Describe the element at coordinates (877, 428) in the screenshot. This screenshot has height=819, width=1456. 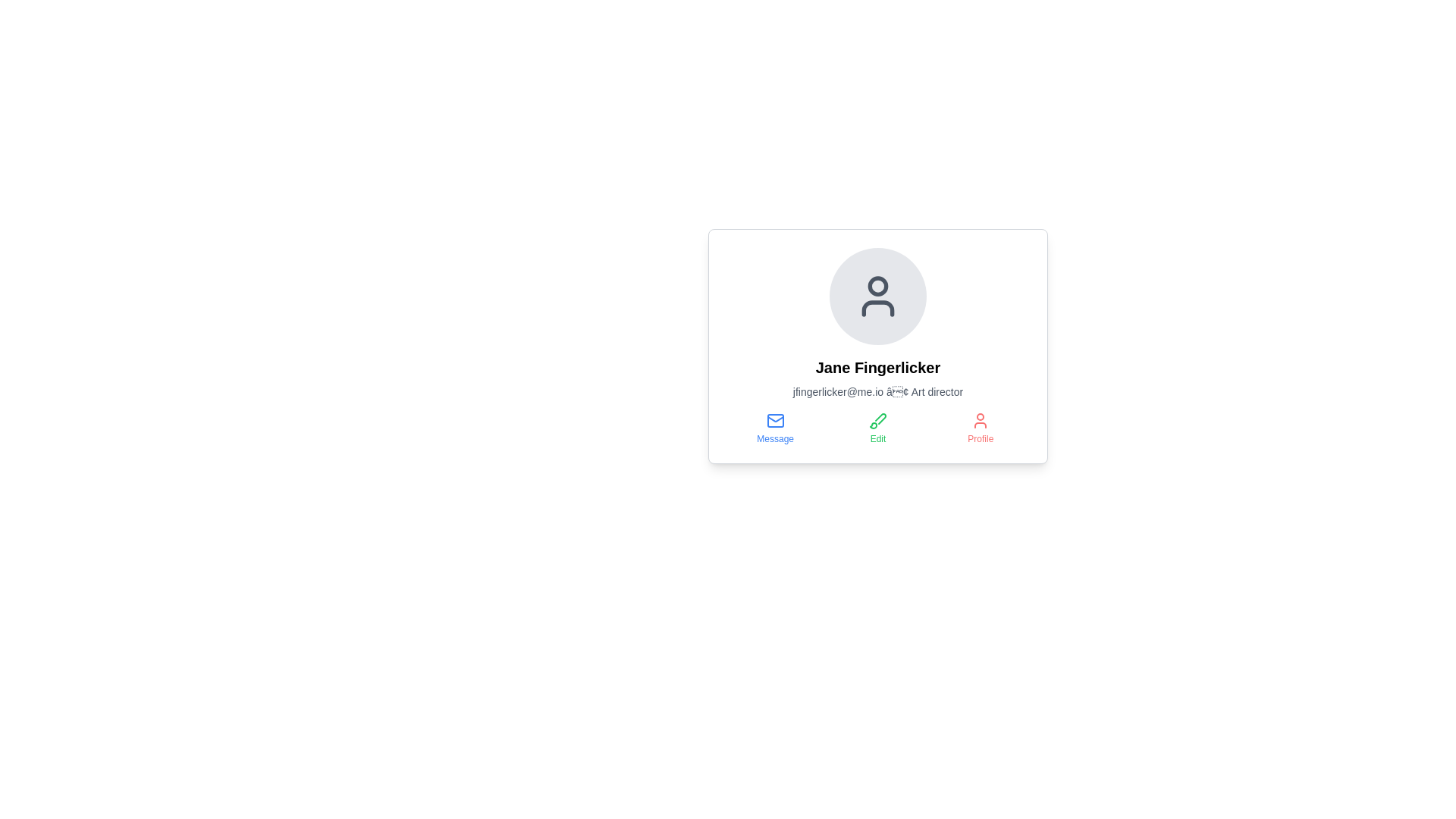
I see `the green 'Edit' button with a brush icon located at the center of a three-button group at the bottom of a card layout` at that location.